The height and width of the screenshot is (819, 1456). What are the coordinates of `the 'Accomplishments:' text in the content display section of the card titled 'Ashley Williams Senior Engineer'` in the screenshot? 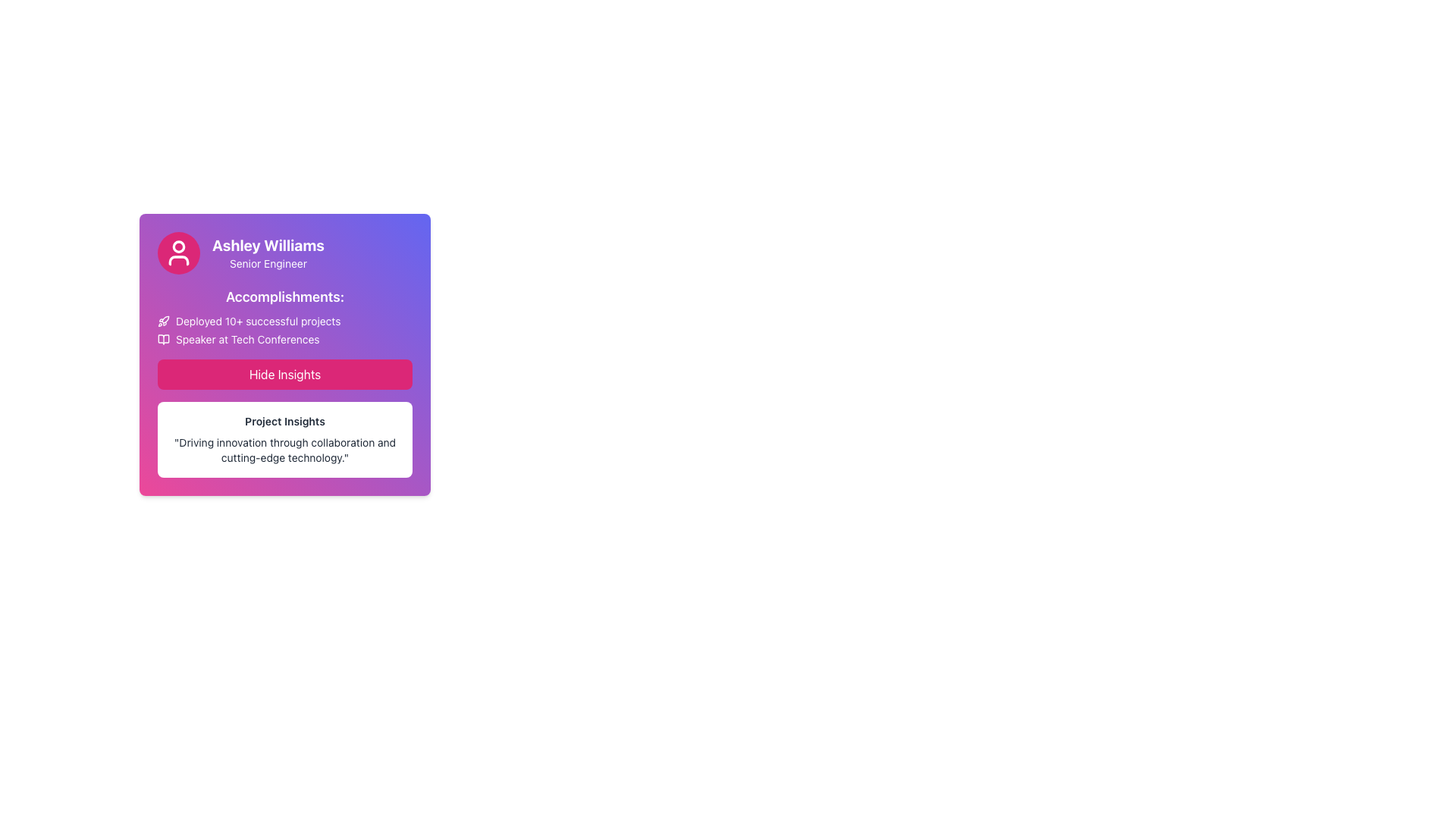 It's located at (284, 315).